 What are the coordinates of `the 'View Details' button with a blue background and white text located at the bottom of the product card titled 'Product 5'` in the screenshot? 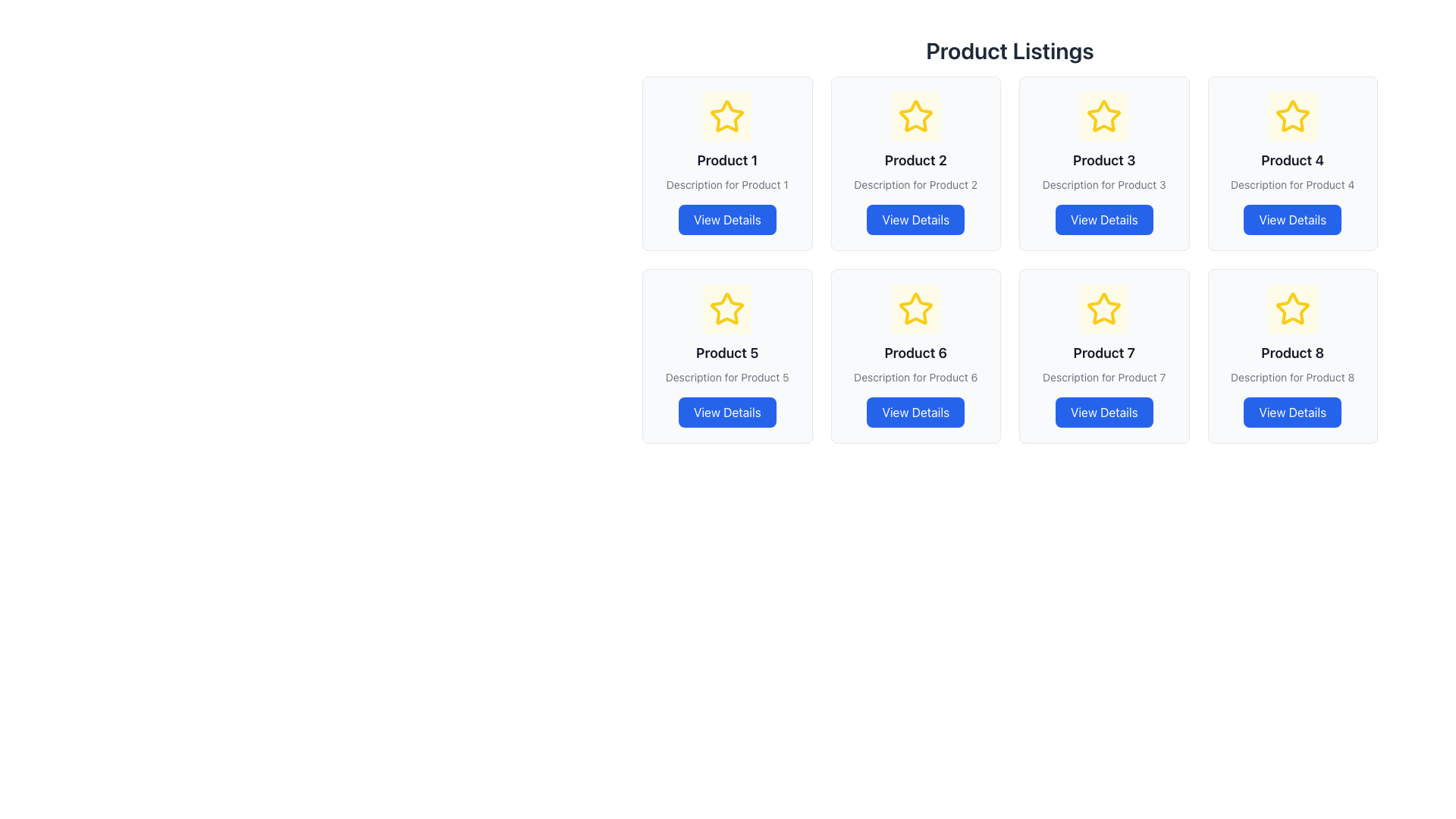 It's located at (726, 412).